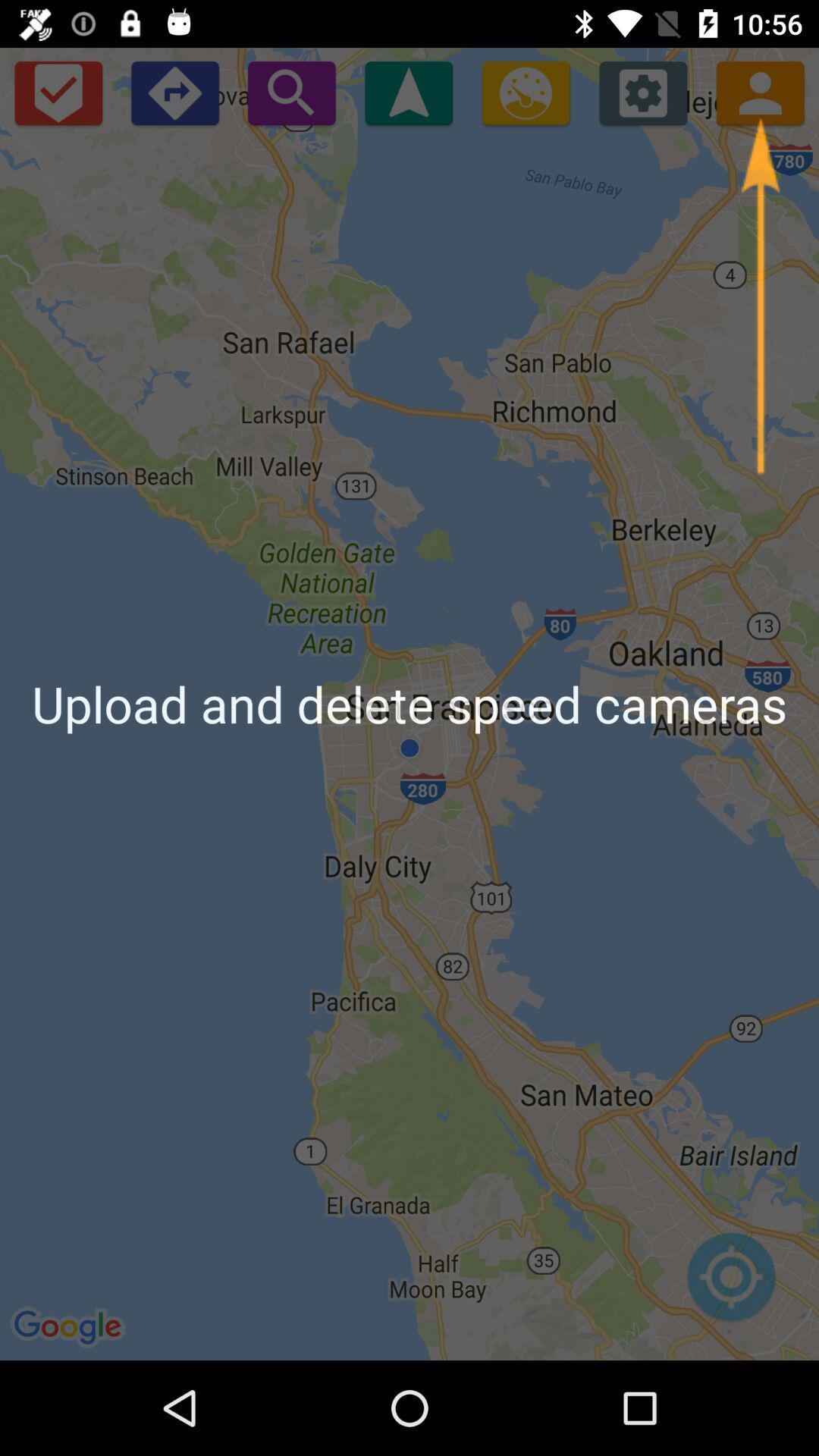 This screenshot has width=819, height=1456. I want to click on arrow, so click(760, 297).